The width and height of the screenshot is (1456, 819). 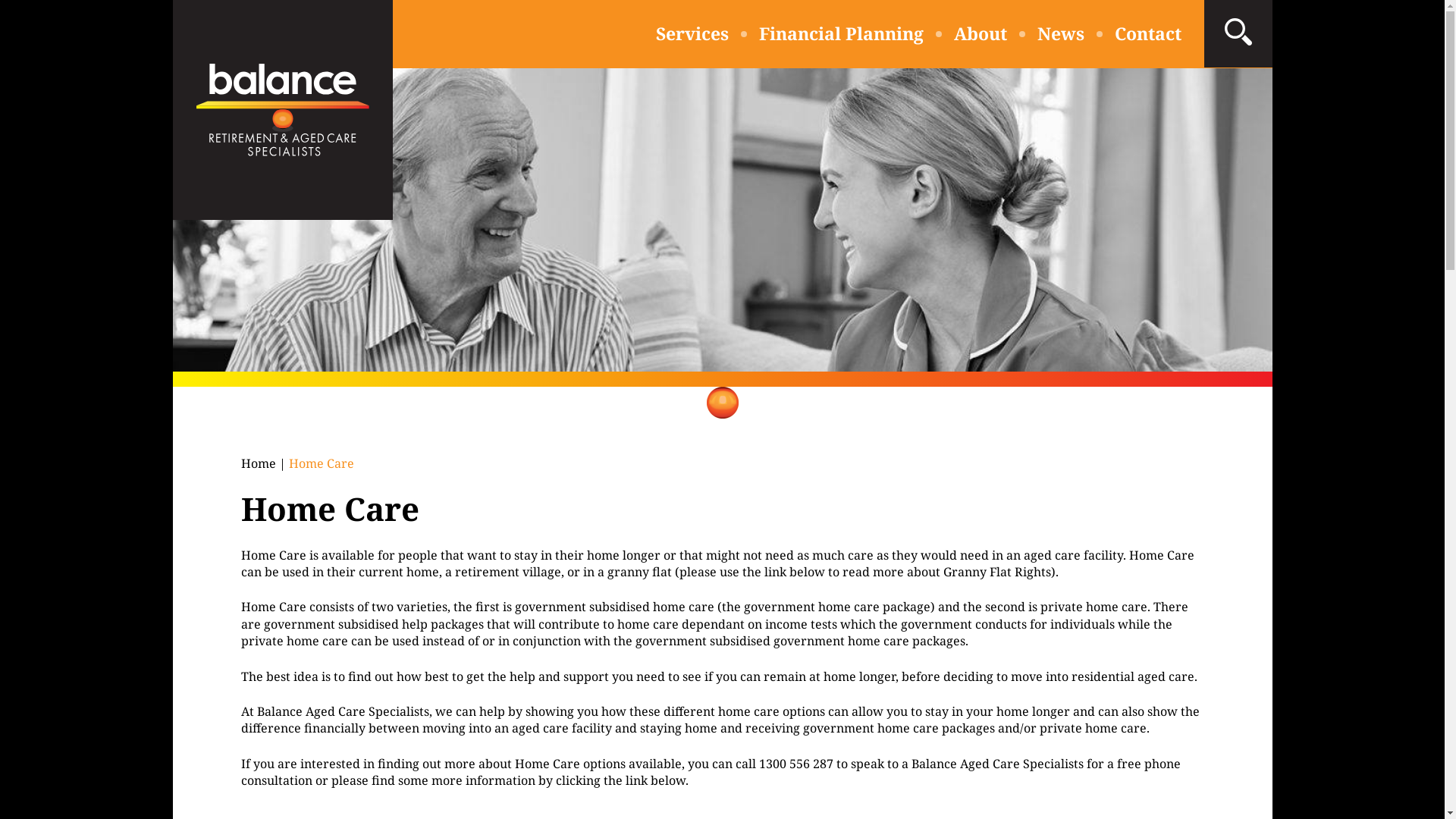 What do you see at coordinates (1114, 33) in the screenshot?
I see `'Contact'` at bounding box center [1114, 33].